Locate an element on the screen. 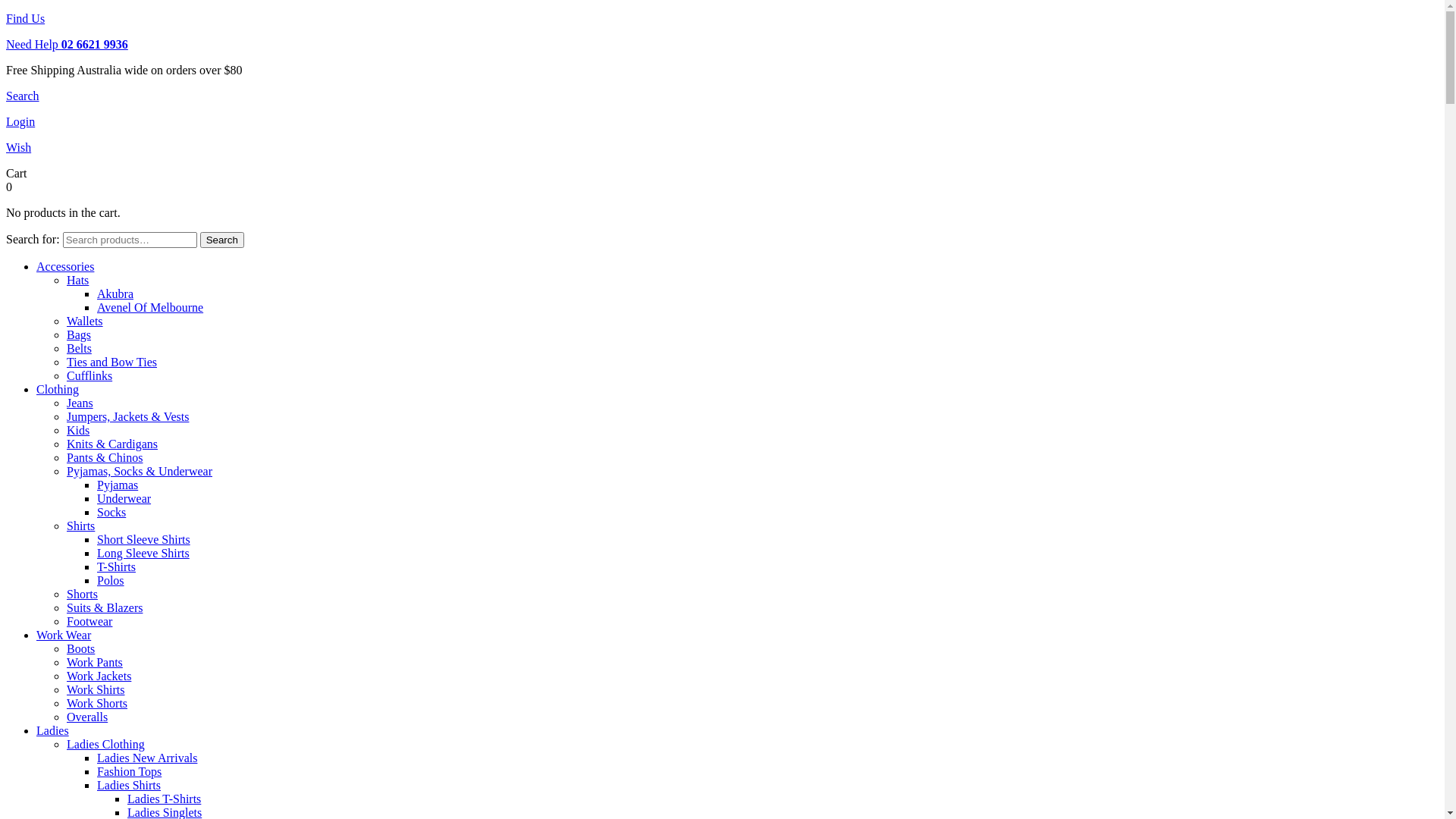 This screenshot has width=1456, height=819. 'Ladies Clothing' is located at coordinates (105, 743).